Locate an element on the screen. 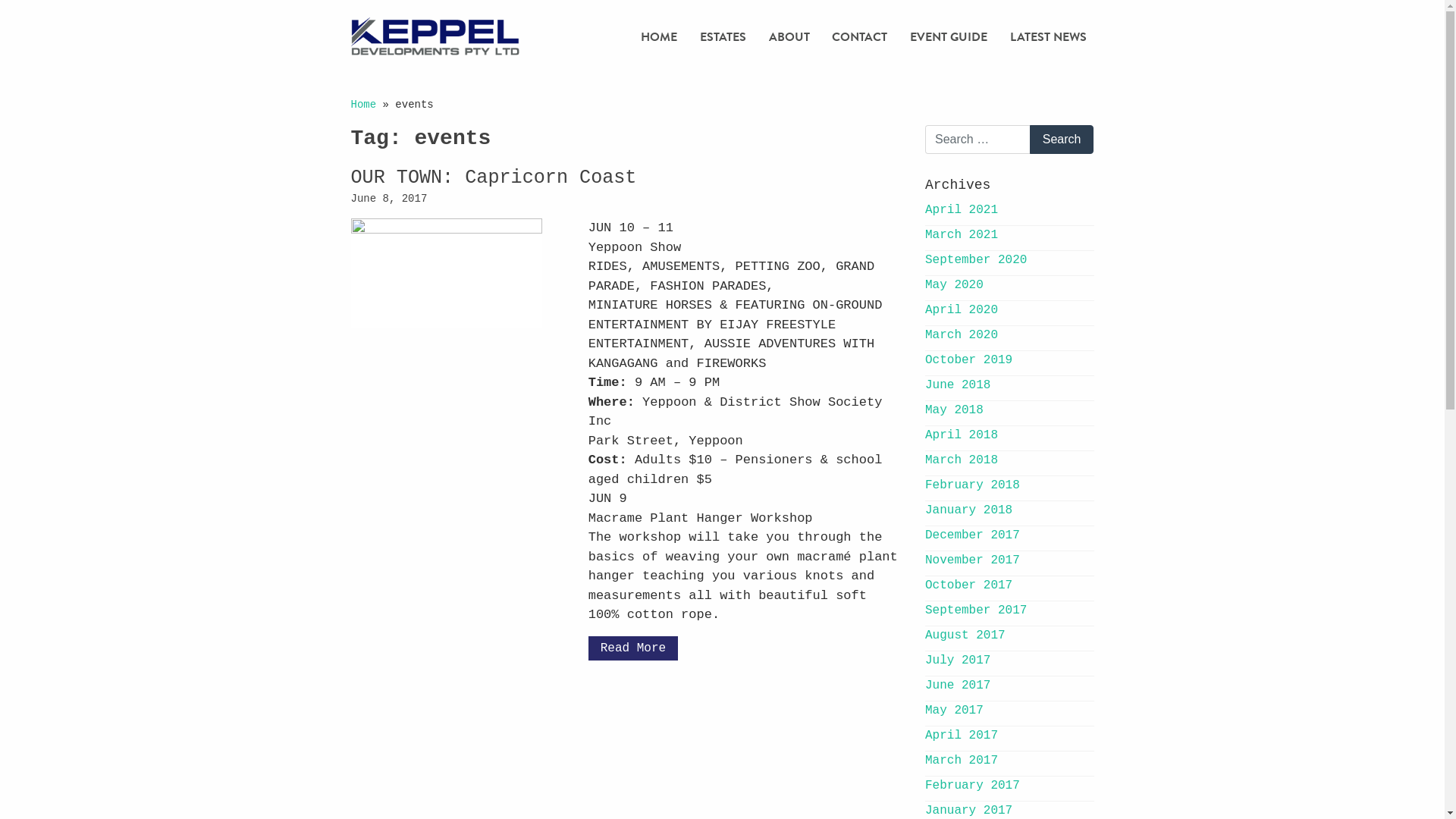 This screenshot has height=819, width=1456. 'October 2017' is located at coordinates (968, 584).